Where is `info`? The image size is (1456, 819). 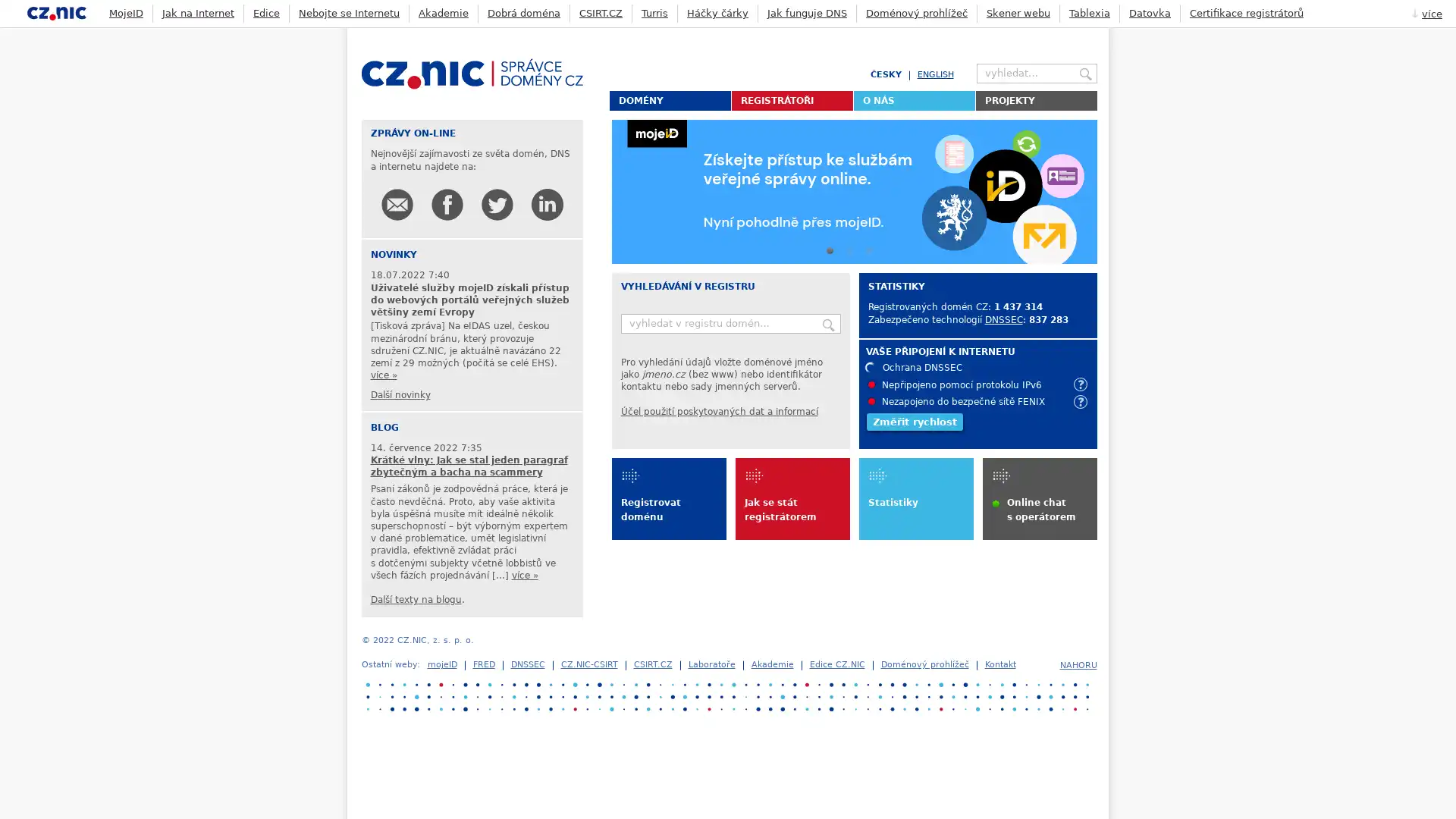 info is located at coordinates (1080, 400).